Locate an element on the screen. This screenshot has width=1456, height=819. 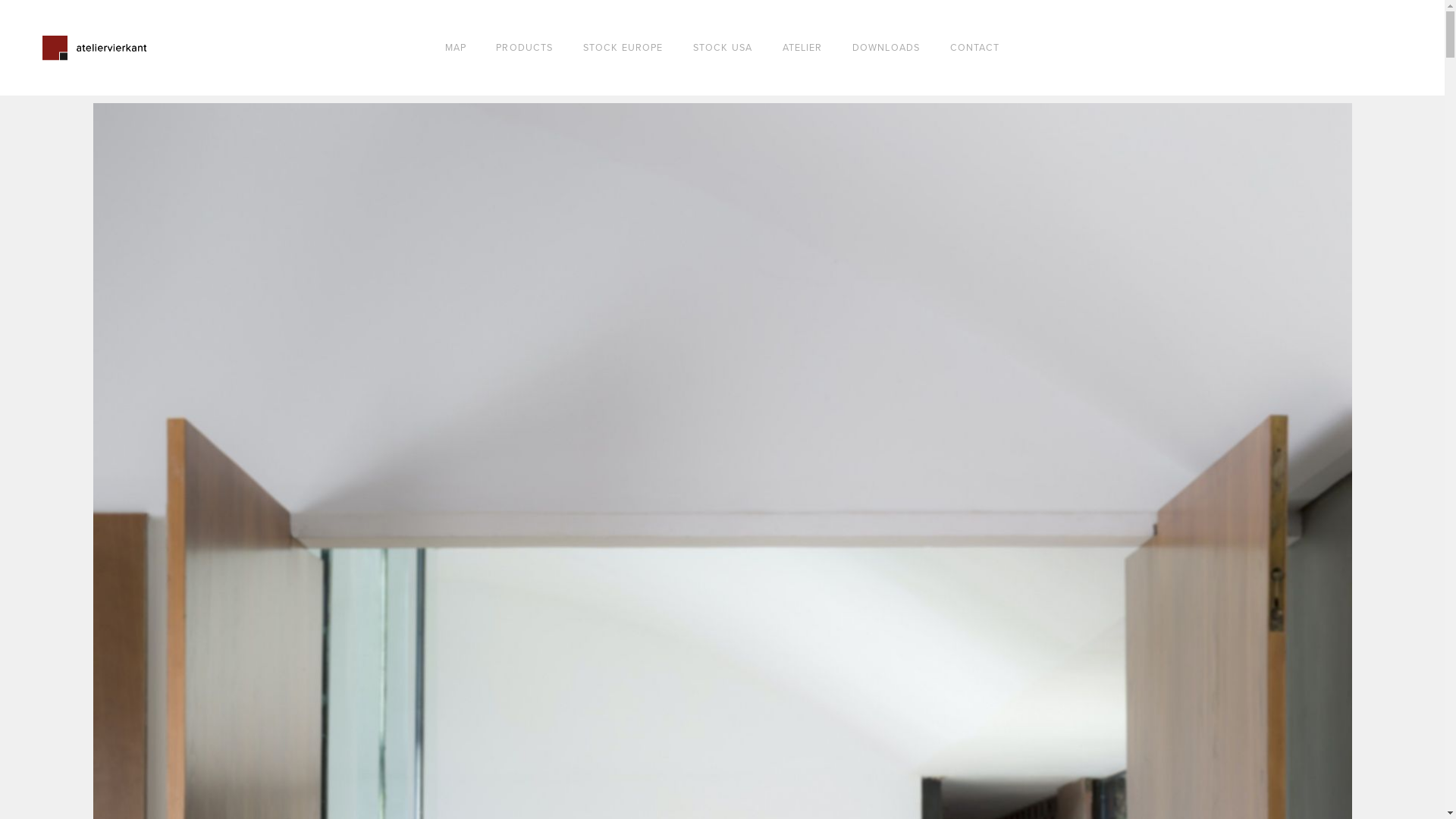
'MAP' is located at coordinates (454, 47).